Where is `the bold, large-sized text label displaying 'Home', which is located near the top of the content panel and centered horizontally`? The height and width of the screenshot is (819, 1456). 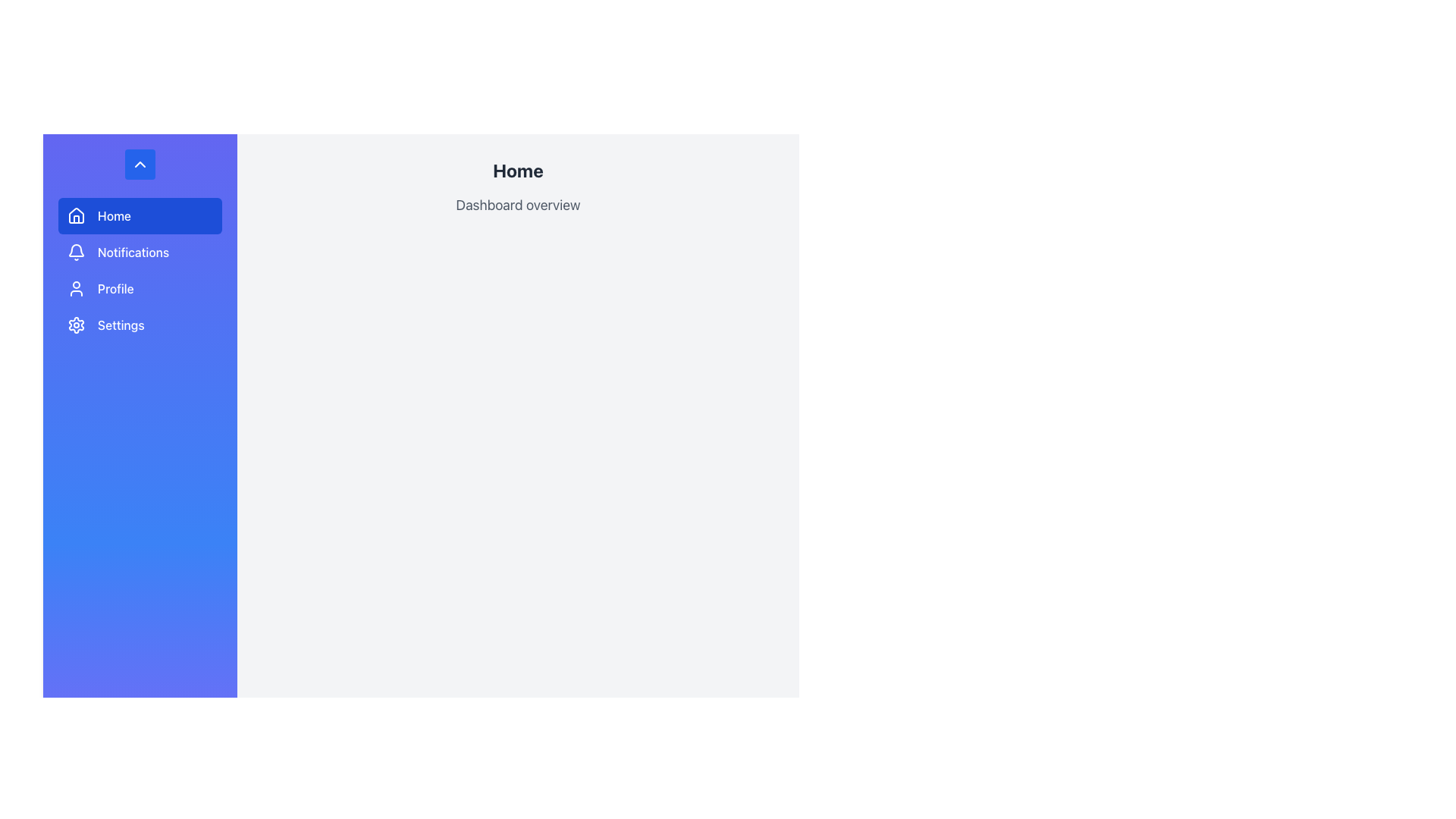
the bold, large-sized text label displaying 'Home', which is located near the top of the content panel and centered horizontally is located at coordinates (518, 170).